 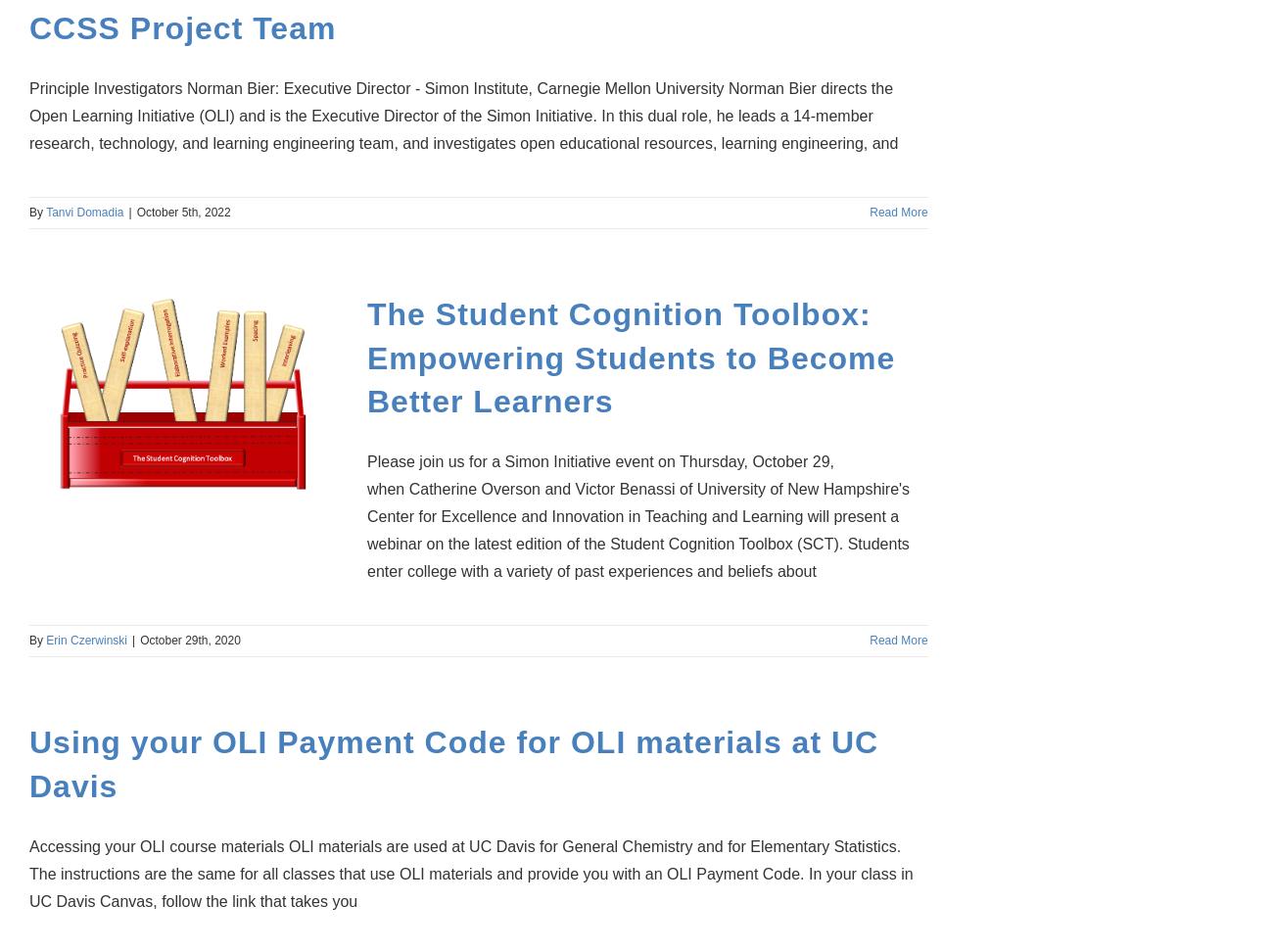 I want to click on 'Accessing your OLI course materials  OLI materials are used at UC Davis for General Chemistry and for Elementary Statistics. The instructions are the same for all classes that use OLI materials and provide you with an OLI Payment Code. In your class in UC Davis Canvas, follow the link that takes you', so click(x=470, y=873).